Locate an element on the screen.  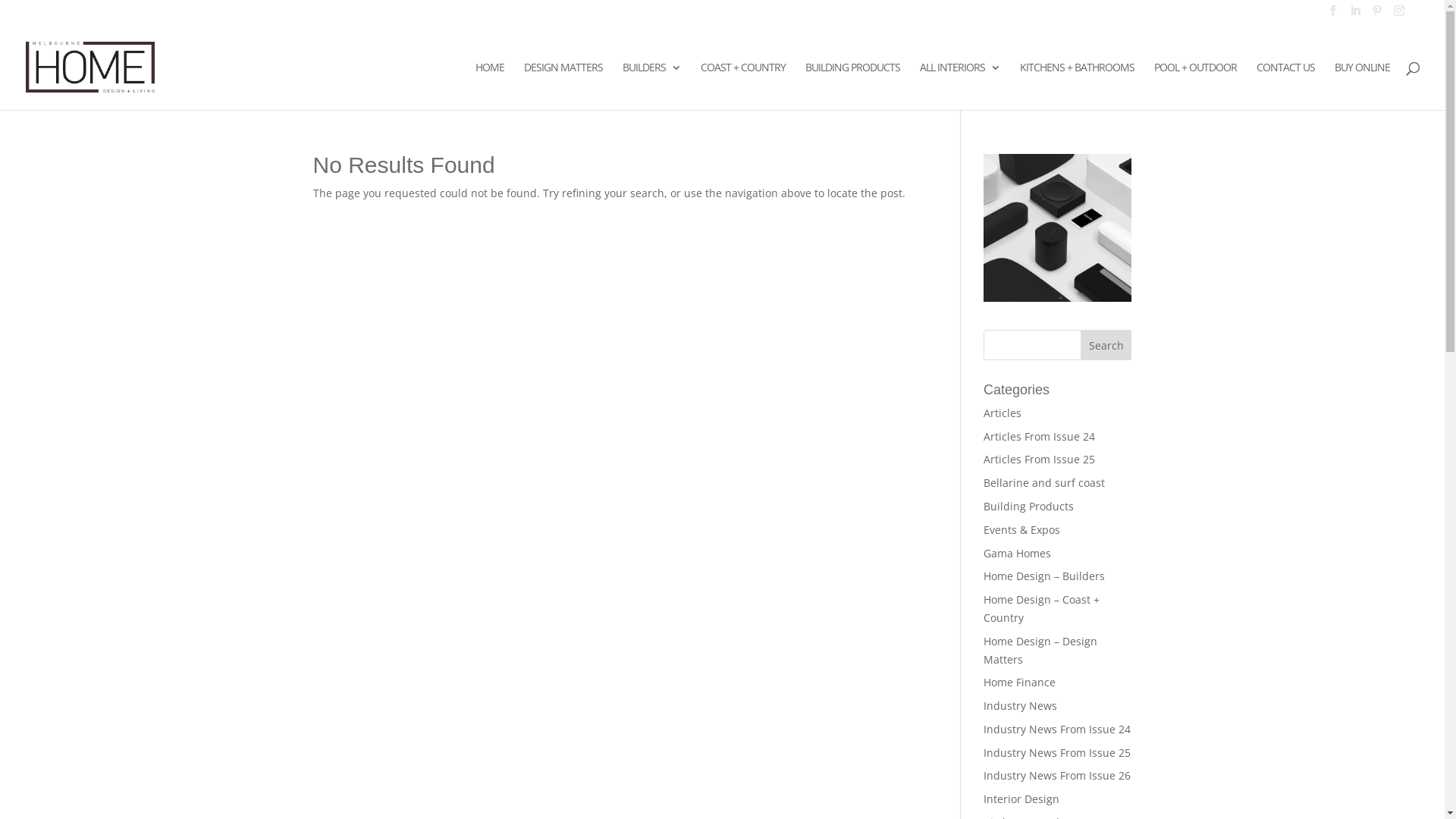
'KITCHENS + BATHROOMS' is located at coordinates (1076, 86).